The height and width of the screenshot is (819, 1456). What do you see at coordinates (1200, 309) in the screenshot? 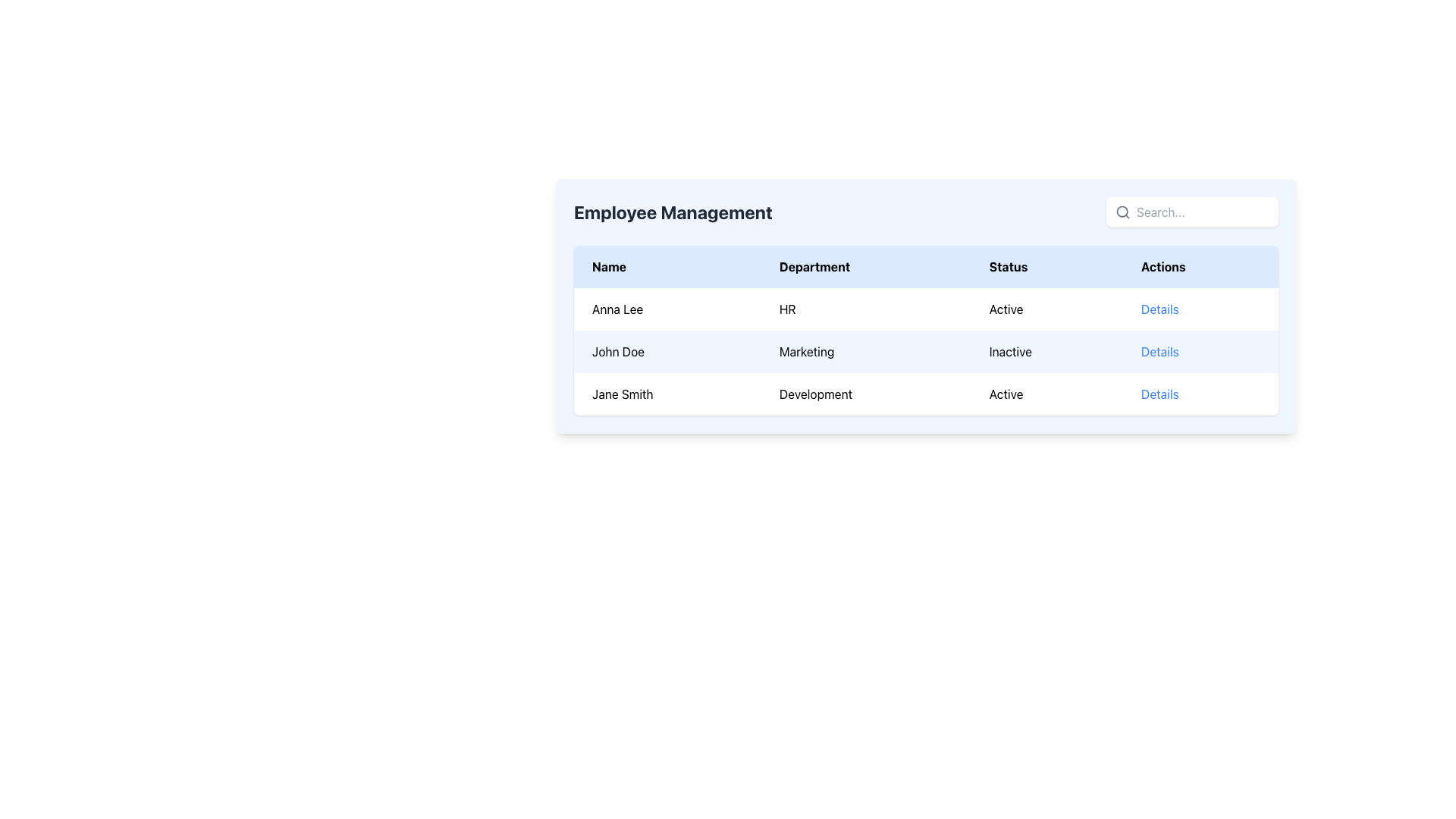
I see `the blue hyperlink labeled 'Details' in the 'Actions' column of the row for 'Anna Lee'` at bounding box center [1200, 309].